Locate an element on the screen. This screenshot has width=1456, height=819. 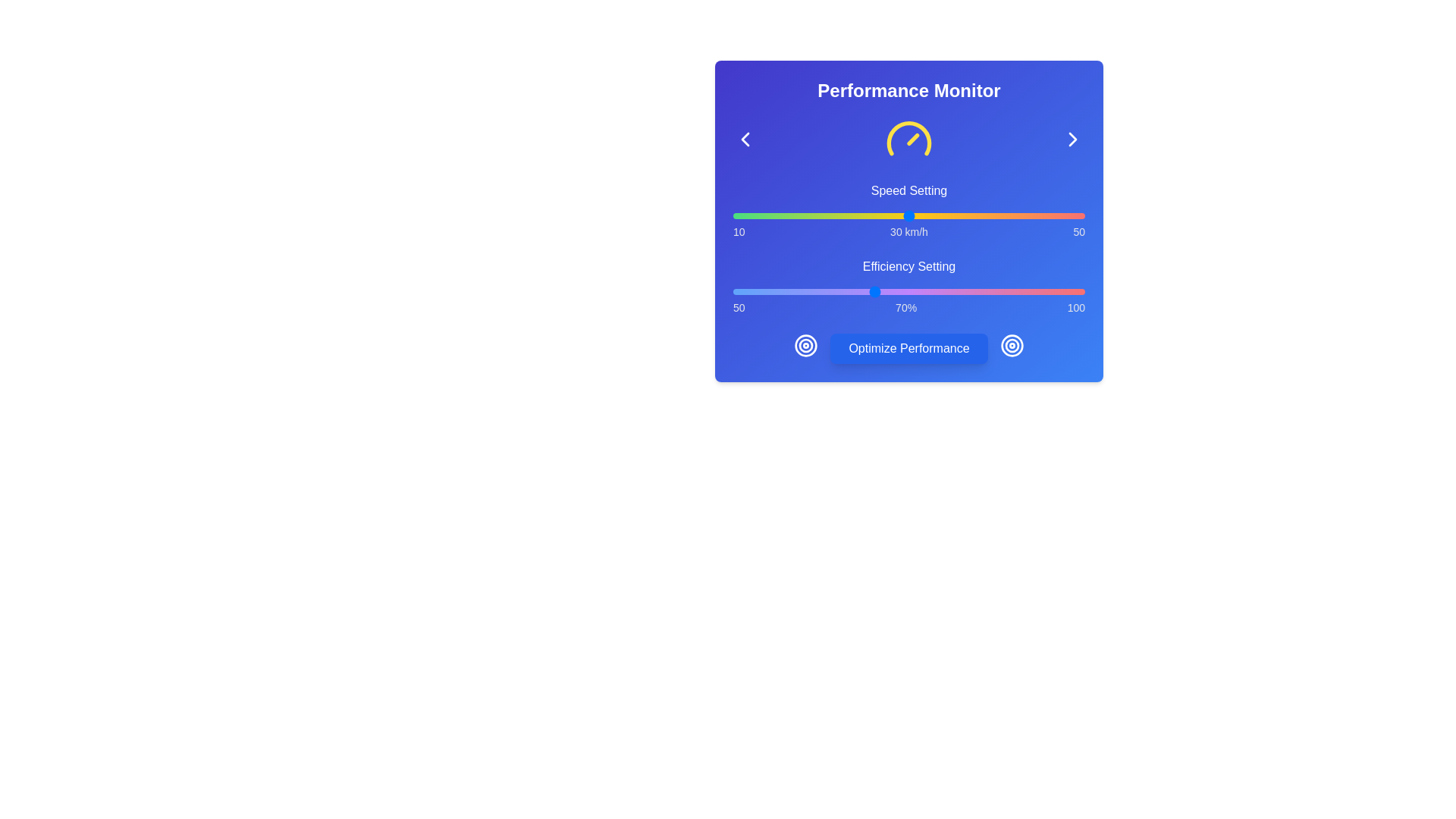
the speed slider to 17 km/h is located at coordinates (794, 216).